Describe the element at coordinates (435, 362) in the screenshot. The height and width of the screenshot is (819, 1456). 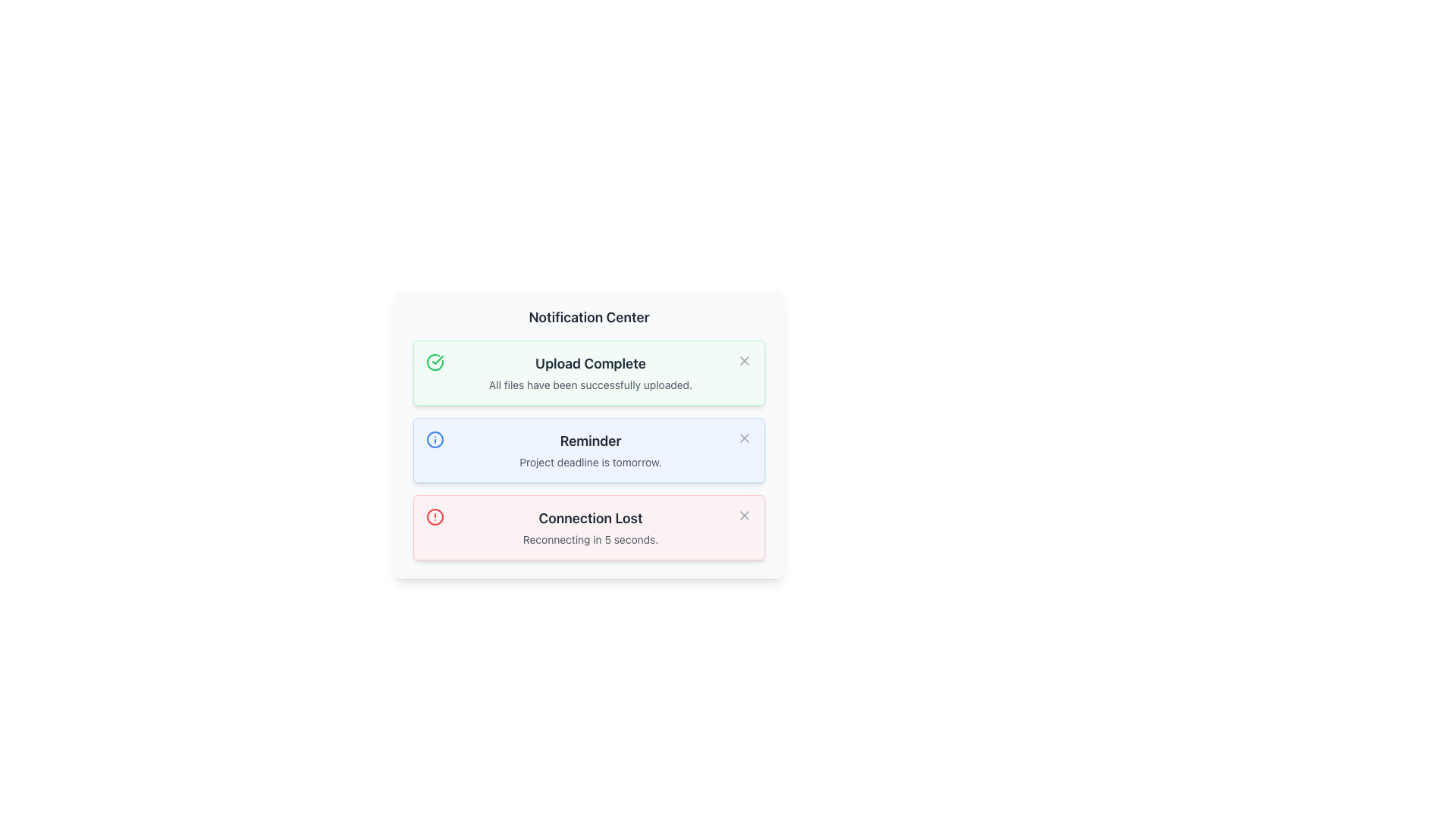
I see `the upload completion icon represented by a checkmark symbol, which is the first element on the left of the 'Upload Complete' notification bar` at that location.